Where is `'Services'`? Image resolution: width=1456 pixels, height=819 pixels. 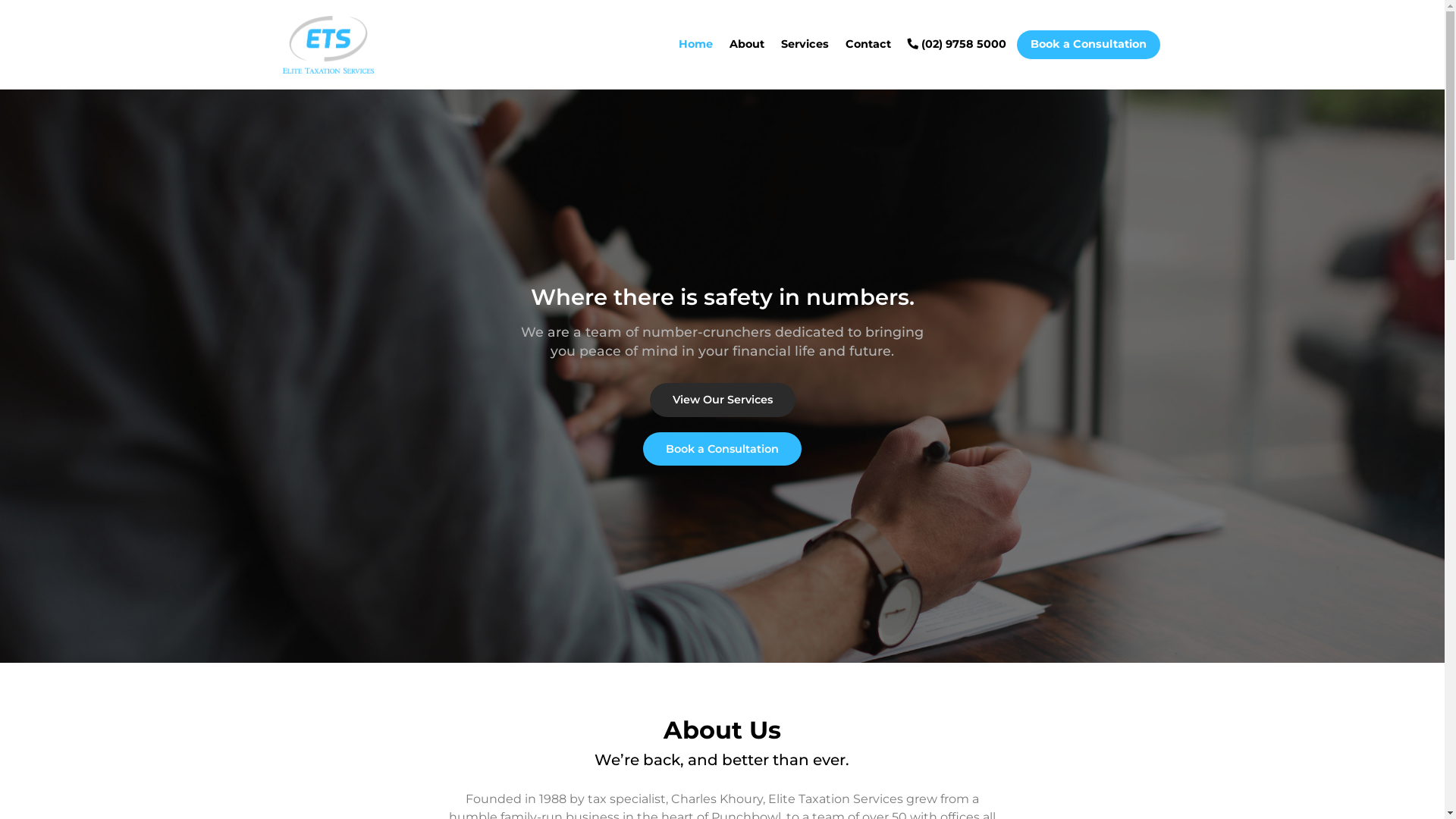 'Services' is located at coordinates (804, 43).